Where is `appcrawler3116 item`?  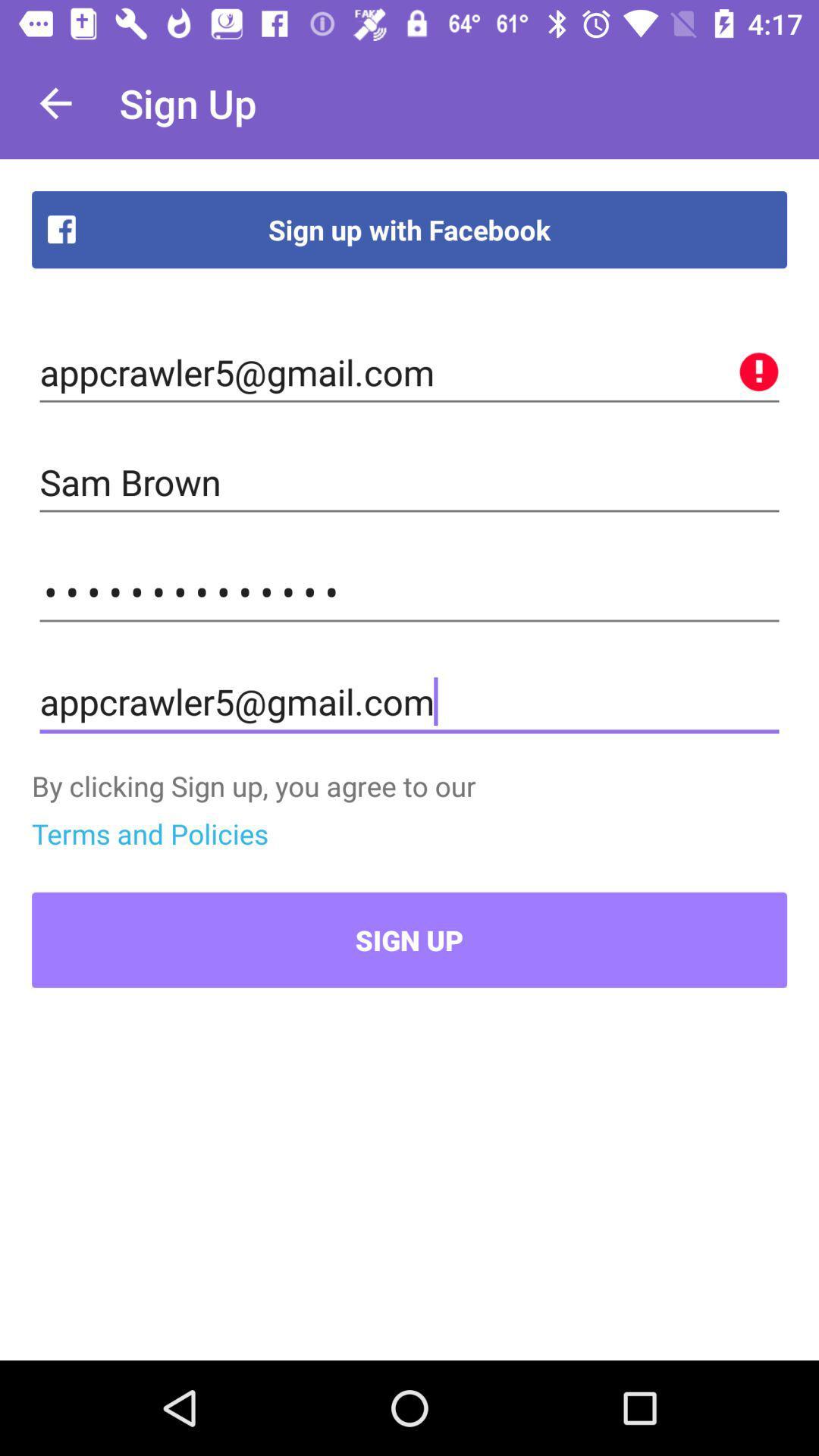 appcrawler3116 item is located at coordinates (409, 591).